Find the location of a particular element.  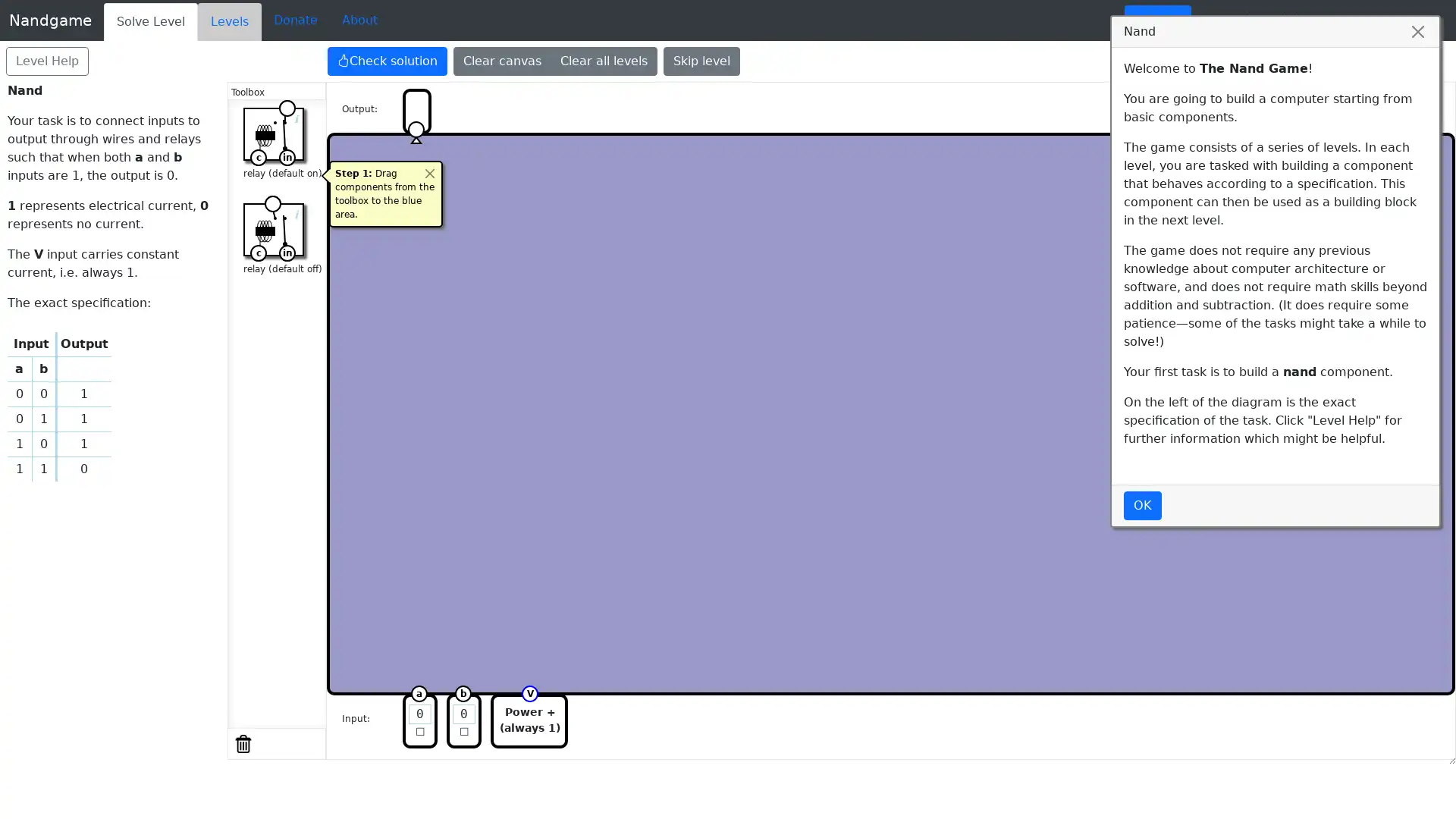

Close is located at coordinates (1417, 32).